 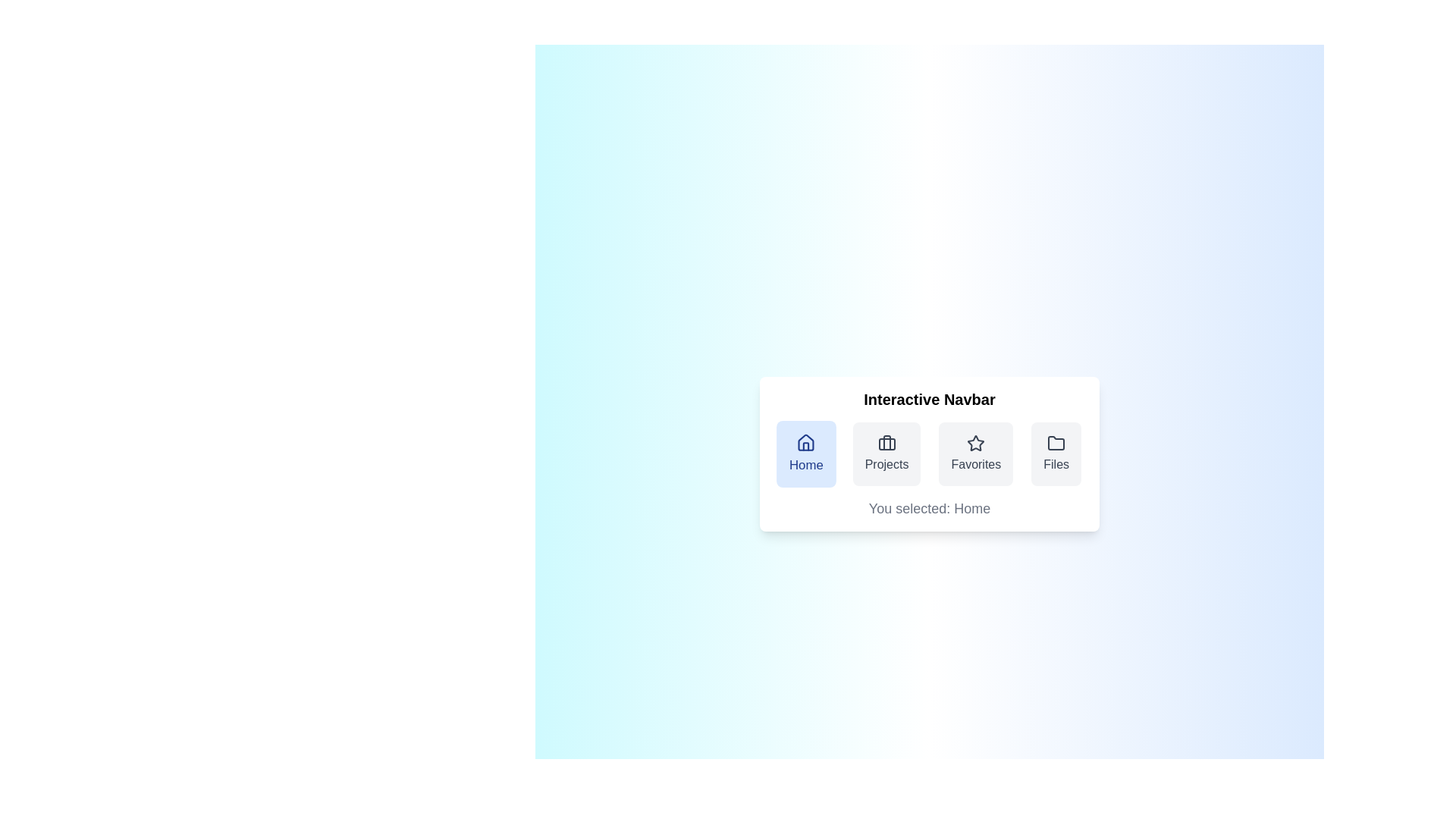 What do you see at coordinates (1056, 453) in the screenshot?
I see `the navigation item Files in the navbar` at bounding box center [1056, 453].